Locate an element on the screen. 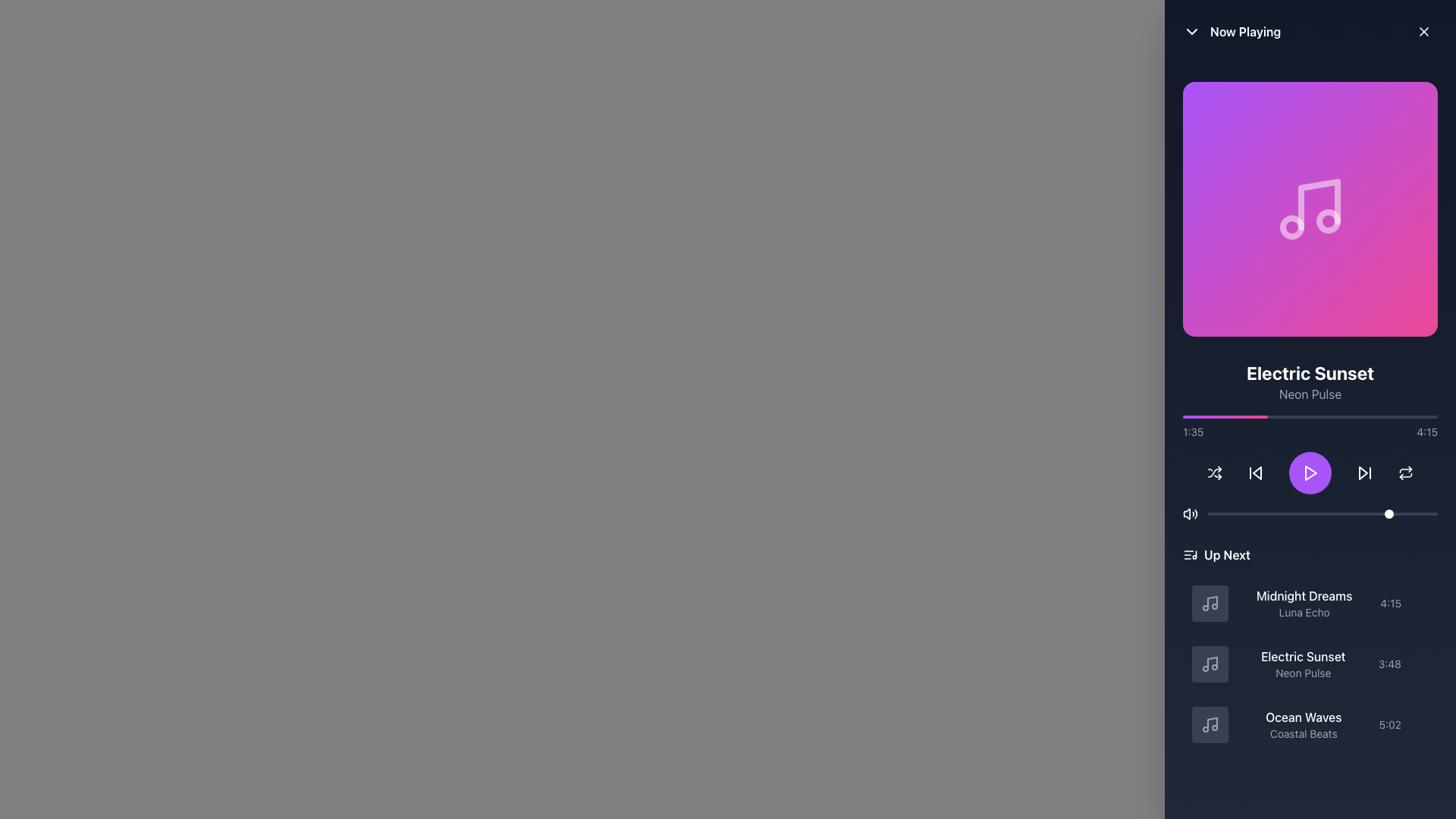 This screenshot has width=1456, height=819. the progress bar indicating the current playback position for the media titled 'Electric Sunset' with subtitle 'Neon Pulse' is located at coordinates (1310, 427).